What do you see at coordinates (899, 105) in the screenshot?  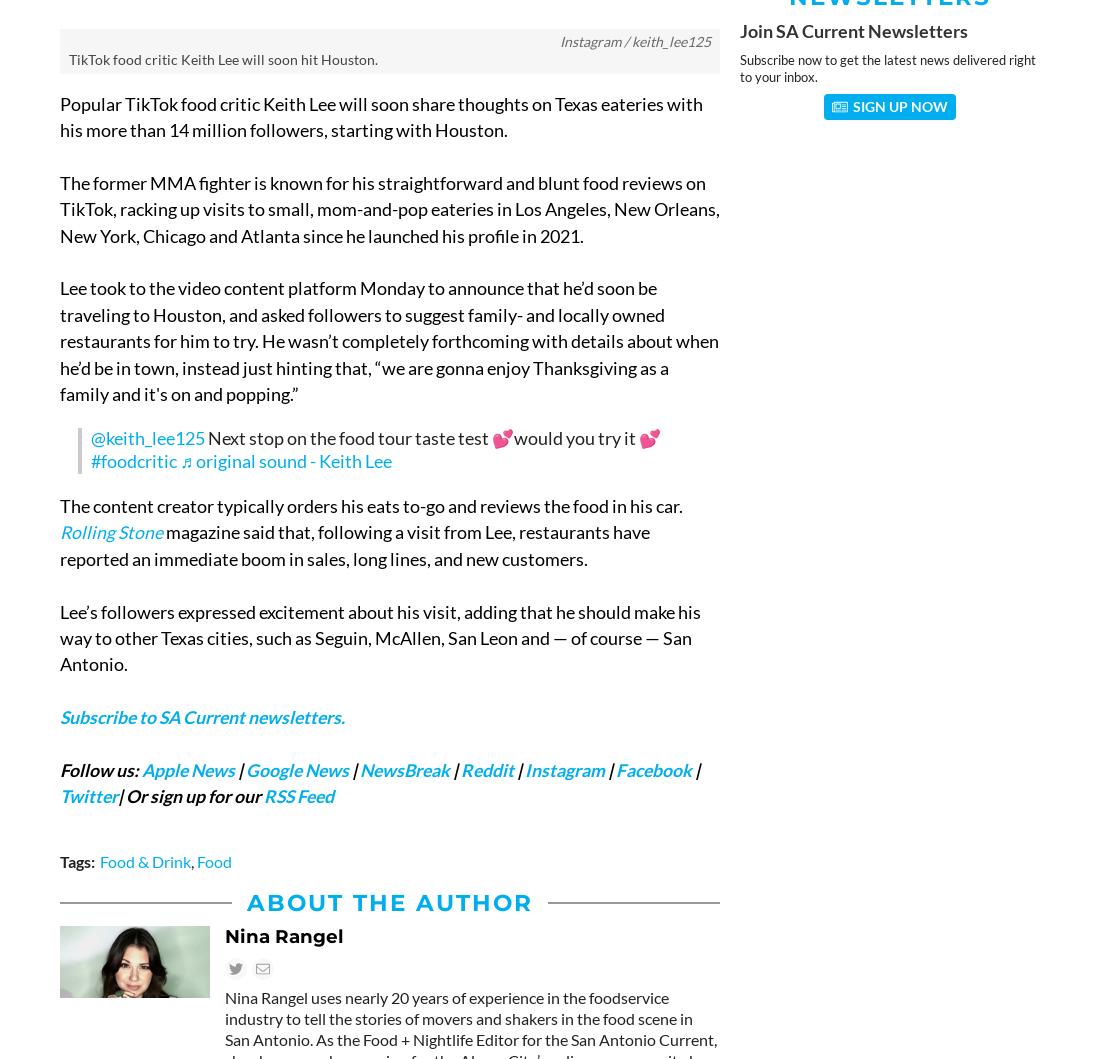 I see `'Sign Up Now'` at bounding box center [899, 105].